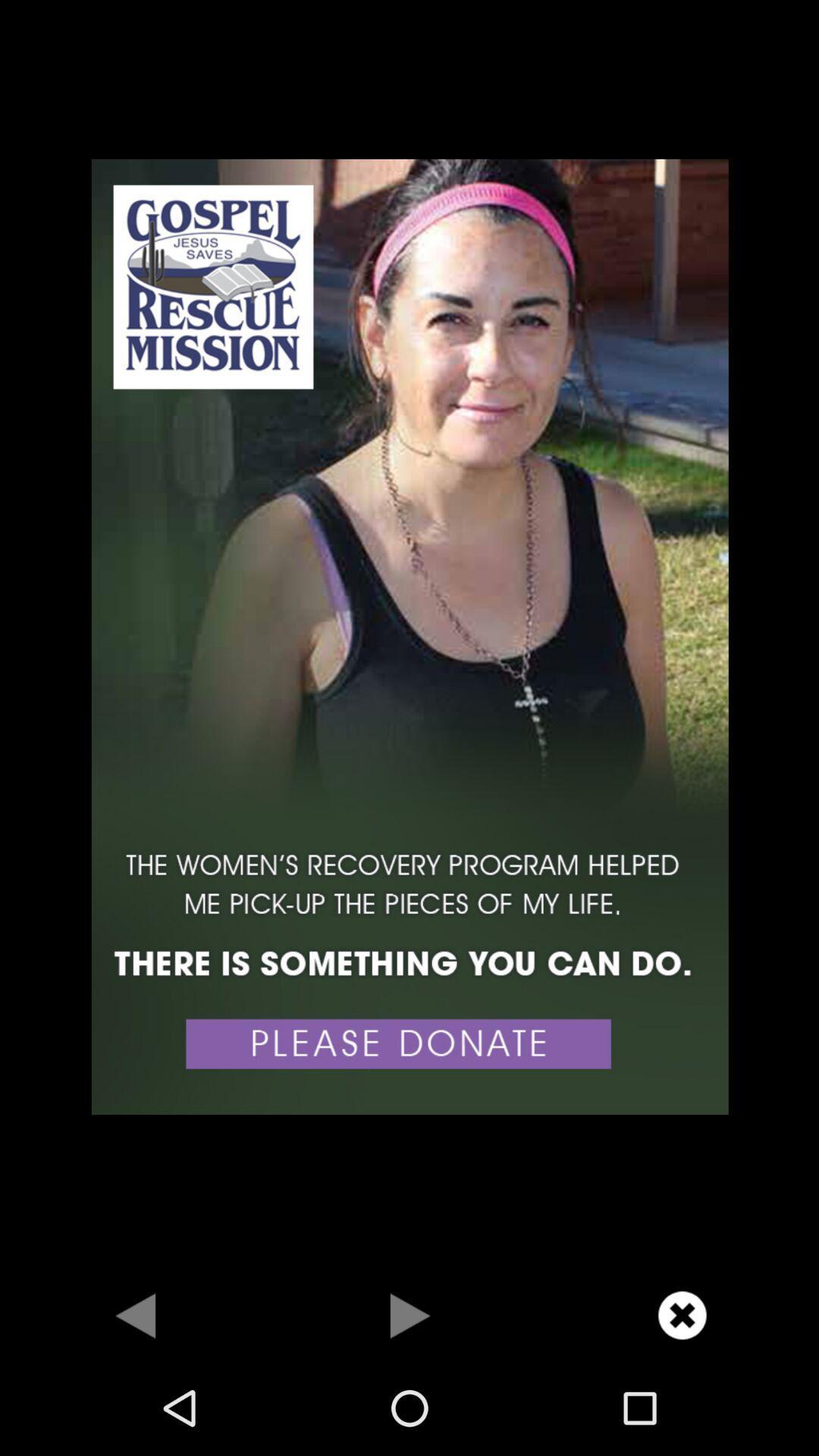 The image size is (819, 1456). What do you see at coordinates (681, 1314) in the screenshot?
I see `button` at bounding box center [681, 1314].